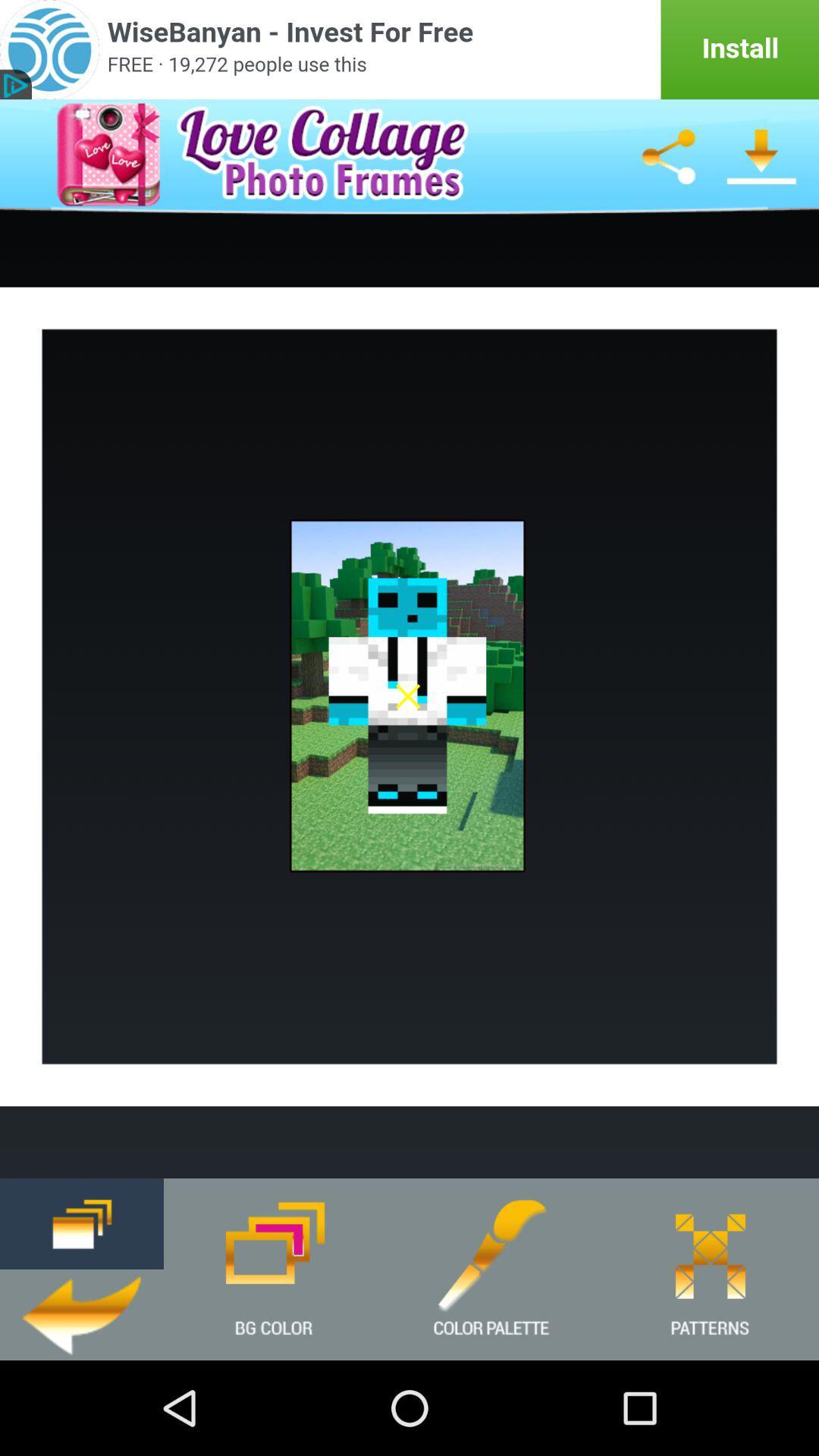  Describe the element at coordinates (82, 1309) in the screenshot. I see `the delete icon` at that location.